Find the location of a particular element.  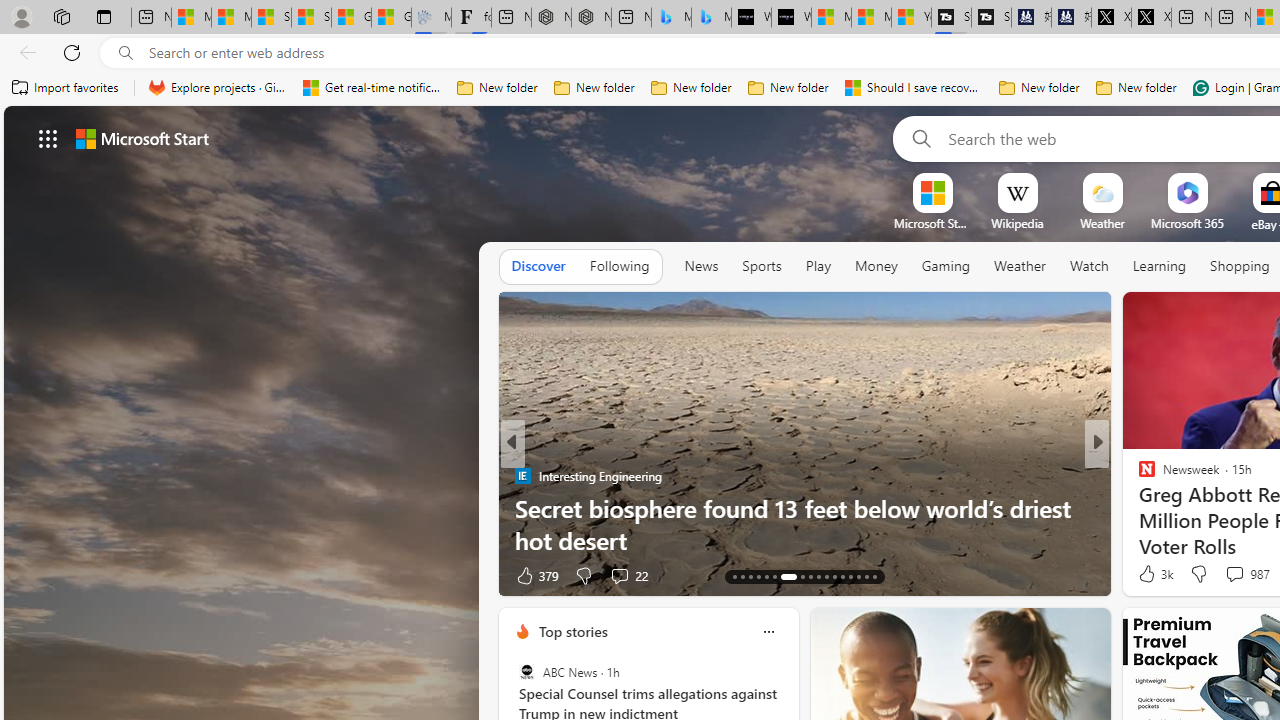

'AutomationID: tab-15' is located at coordinates (749, 577).